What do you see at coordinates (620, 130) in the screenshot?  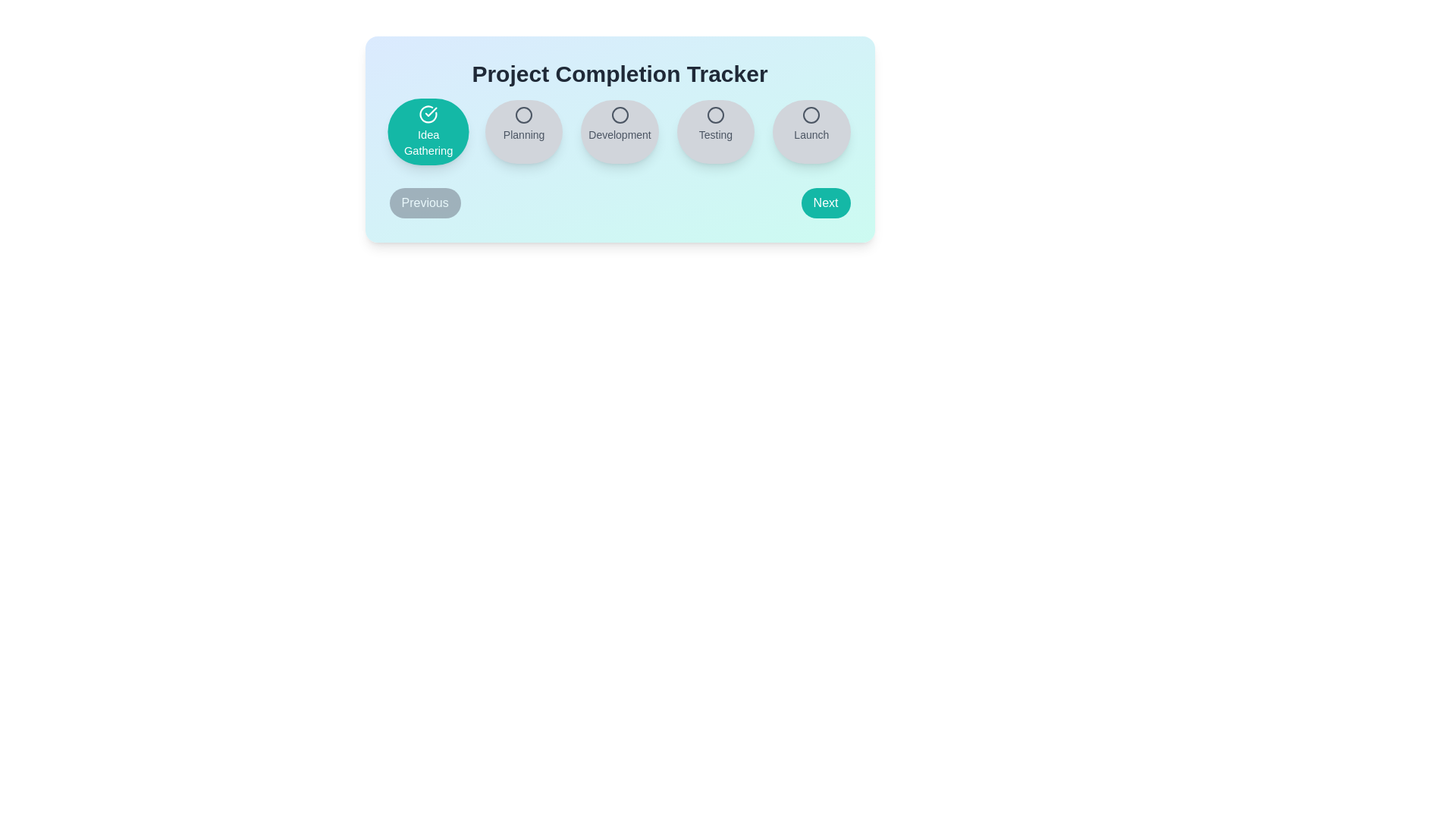 I see `the circular button representing the 'Development' stage in the project workflow located below the 'Project Completion Tracker' heading` at bounding box center [620, 130].